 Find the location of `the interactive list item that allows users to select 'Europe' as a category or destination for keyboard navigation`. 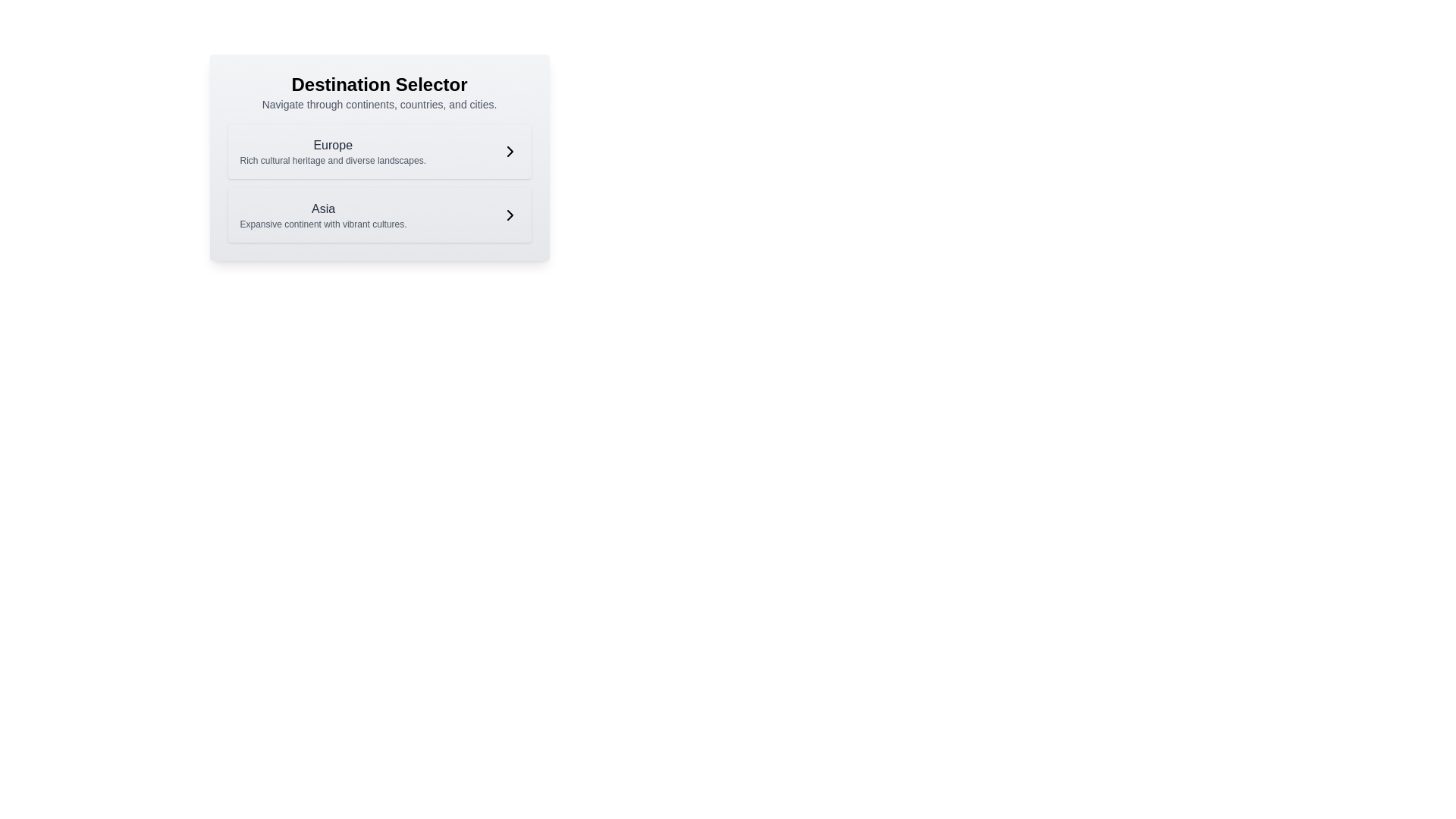

the interactive list item that allows users to select 'Europe' as a category or destination for keyboard navigation is located at coordinates (379, 152).